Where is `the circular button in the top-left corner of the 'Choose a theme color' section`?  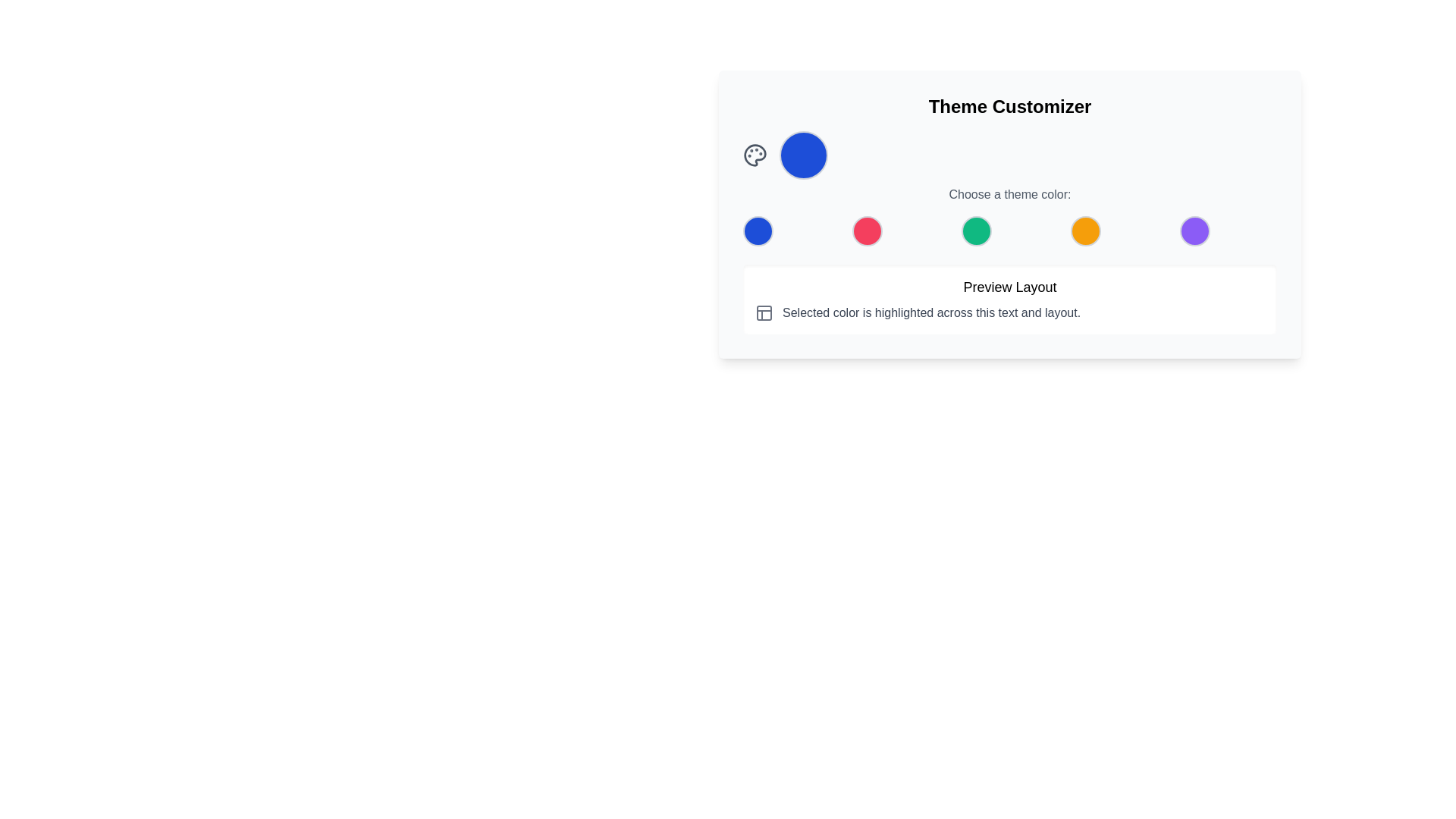
the circular button in the top-left corner of the 'Choose a theme color' section is located at coordinates (758, 231).